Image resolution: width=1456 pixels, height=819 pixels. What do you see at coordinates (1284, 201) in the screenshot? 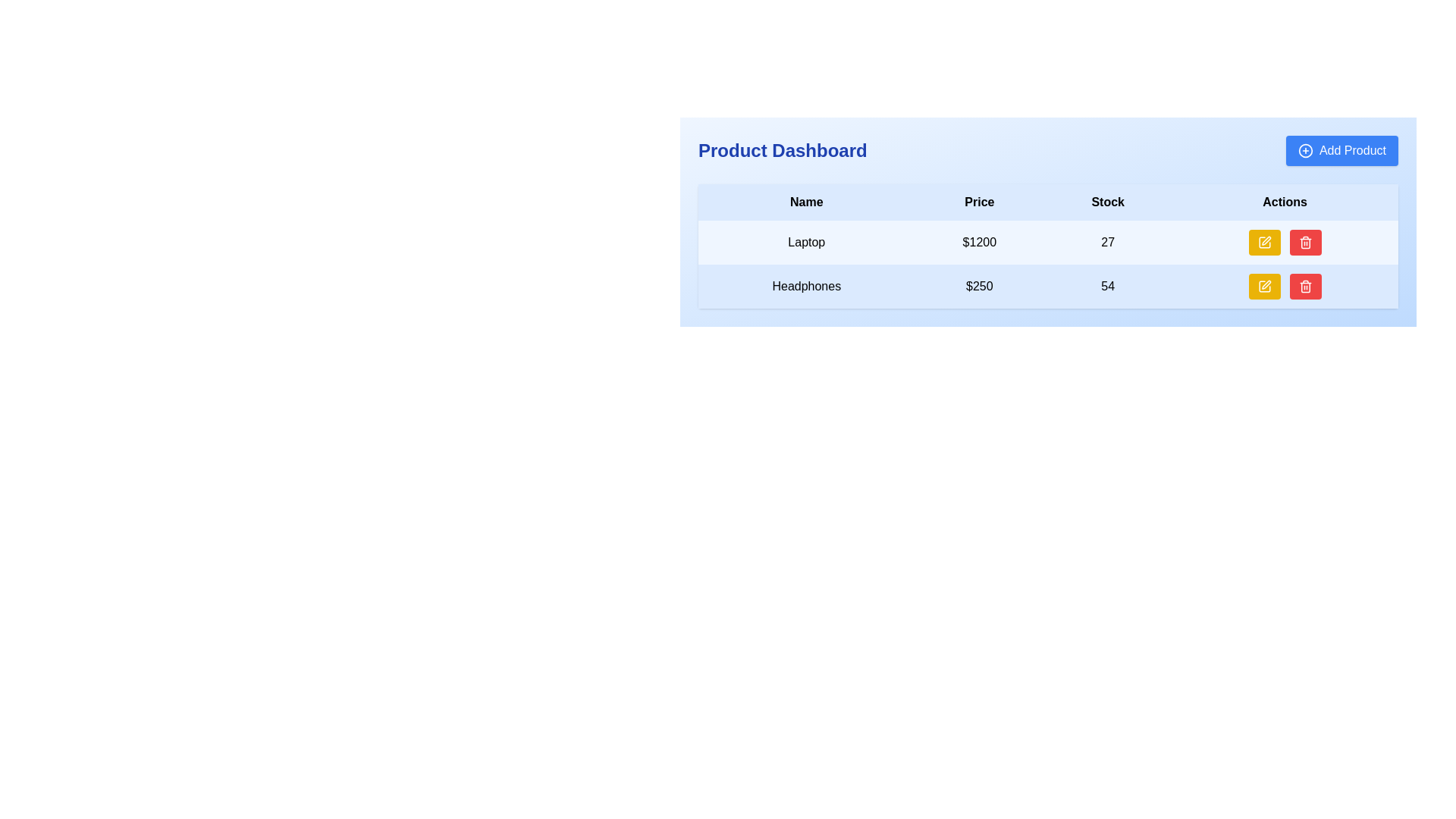
I see `the 'Actions' text label in the table header, which is bold and black on a light blue background, located at the far-right side of the header row` at bounding box center [1284, 201].